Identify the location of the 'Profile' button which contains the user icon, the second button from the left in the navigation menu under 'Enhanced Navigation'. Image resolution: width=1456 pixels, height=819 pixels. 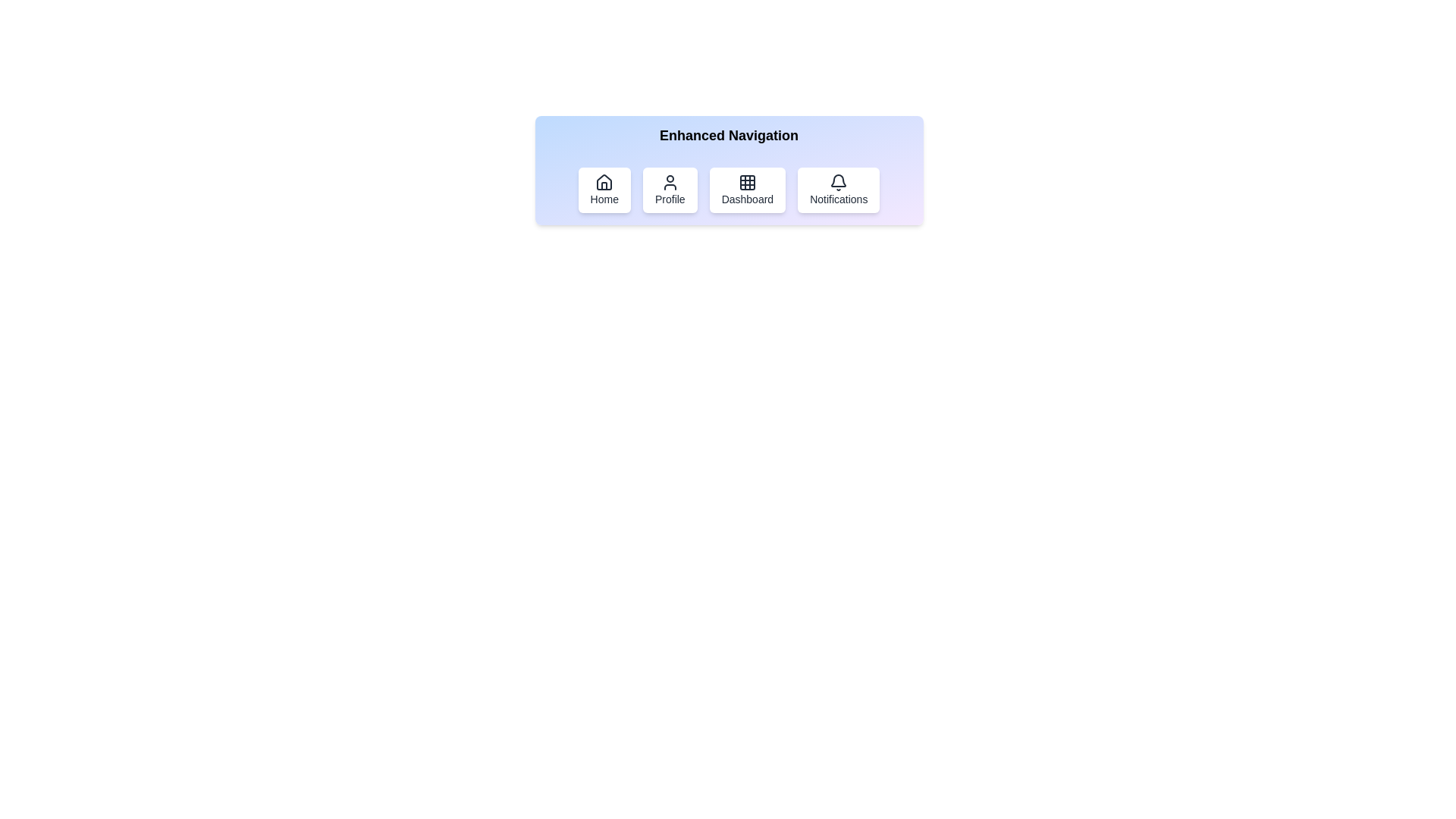
(669, 181).